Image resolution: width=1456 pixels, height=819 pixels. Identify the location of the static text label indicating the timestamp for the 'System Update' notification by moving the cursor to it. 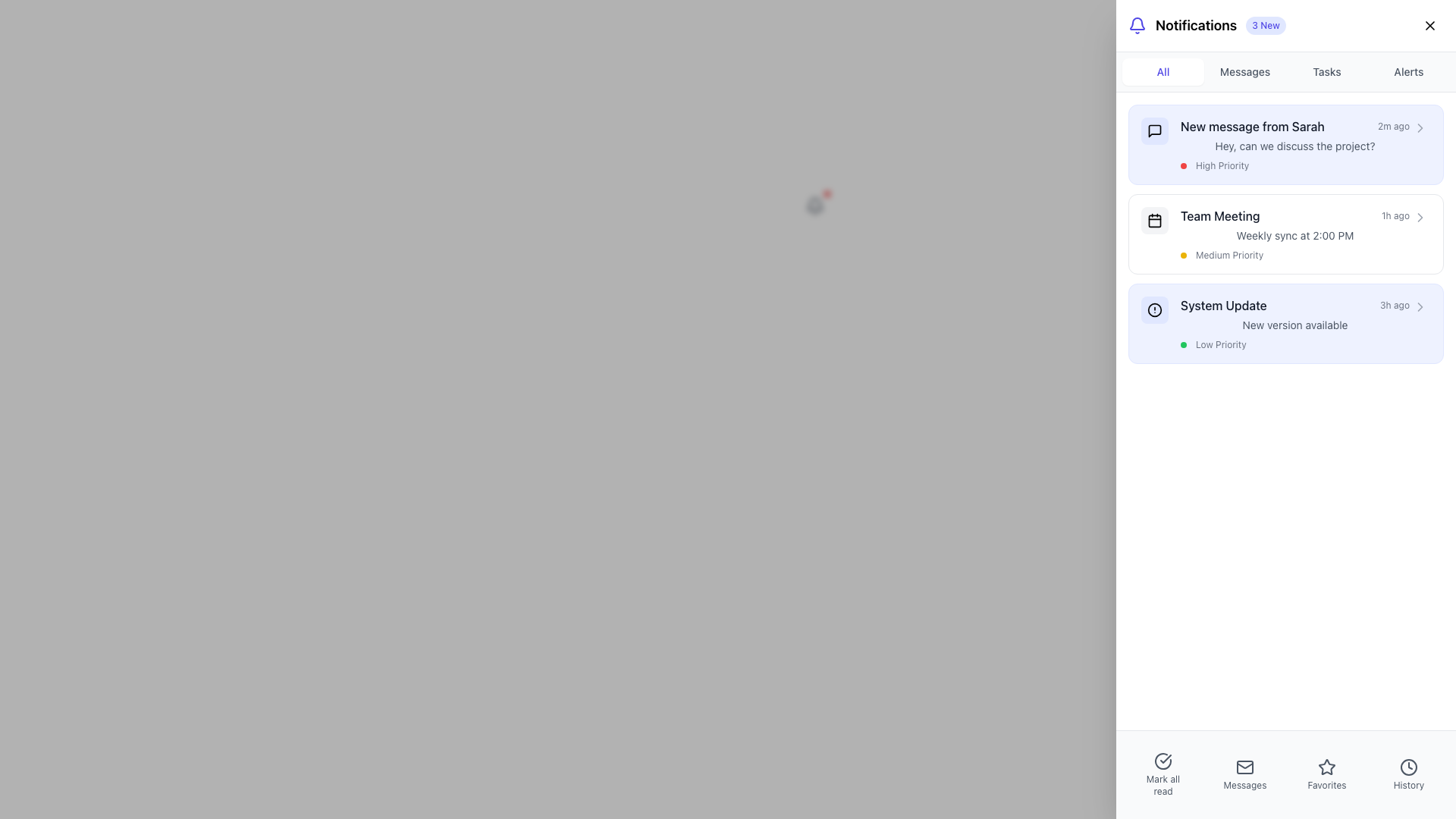
(1395, 305).